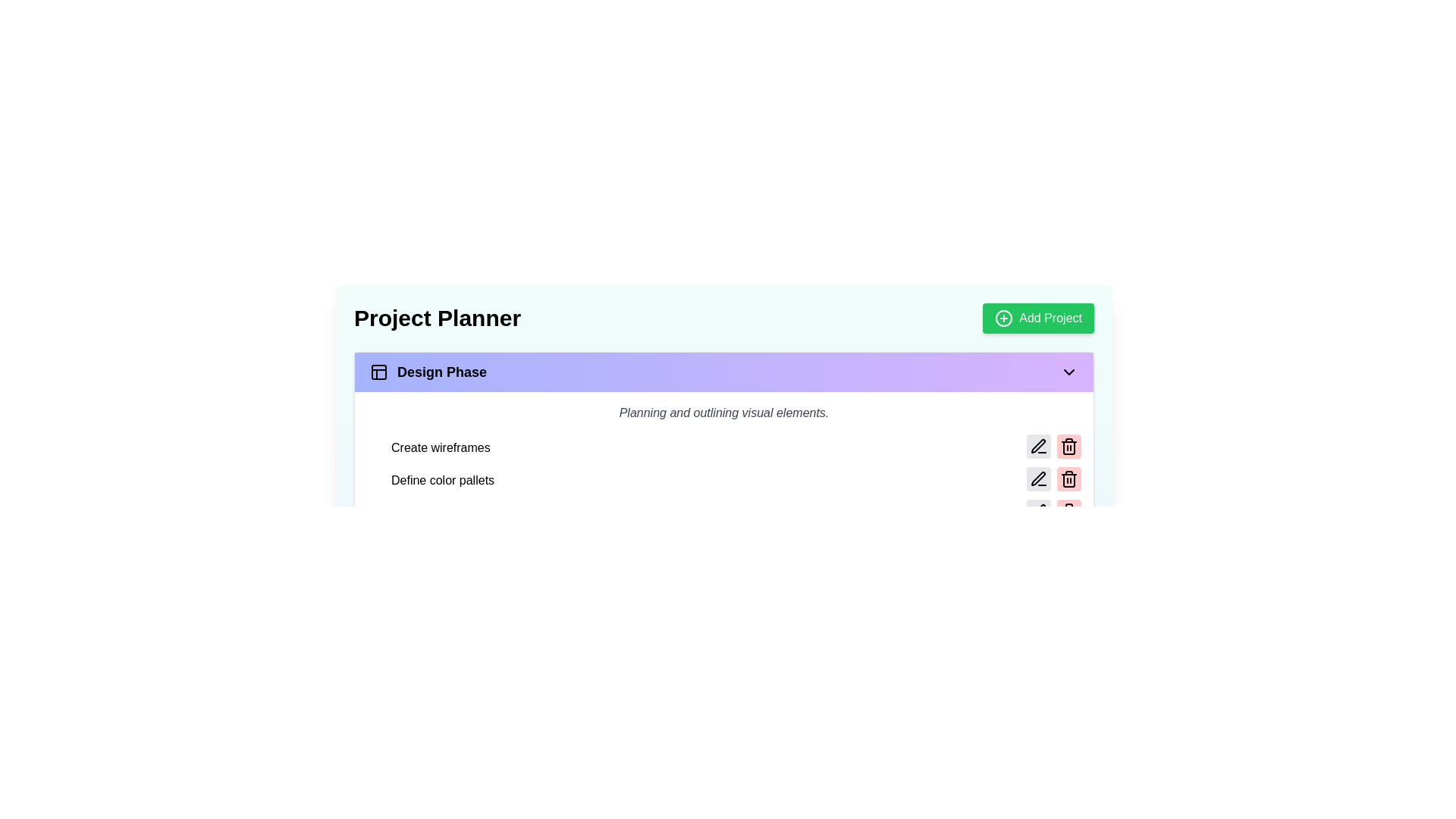 The width and height of the screenshot is (1456, 819). Describe the element at coordinates (1068, 446) in the screenshot. I see `the red square button with rounded corners that features a black outlined trash bin icon, located in the 'Design Phase' section as the second button in a row` at that location.